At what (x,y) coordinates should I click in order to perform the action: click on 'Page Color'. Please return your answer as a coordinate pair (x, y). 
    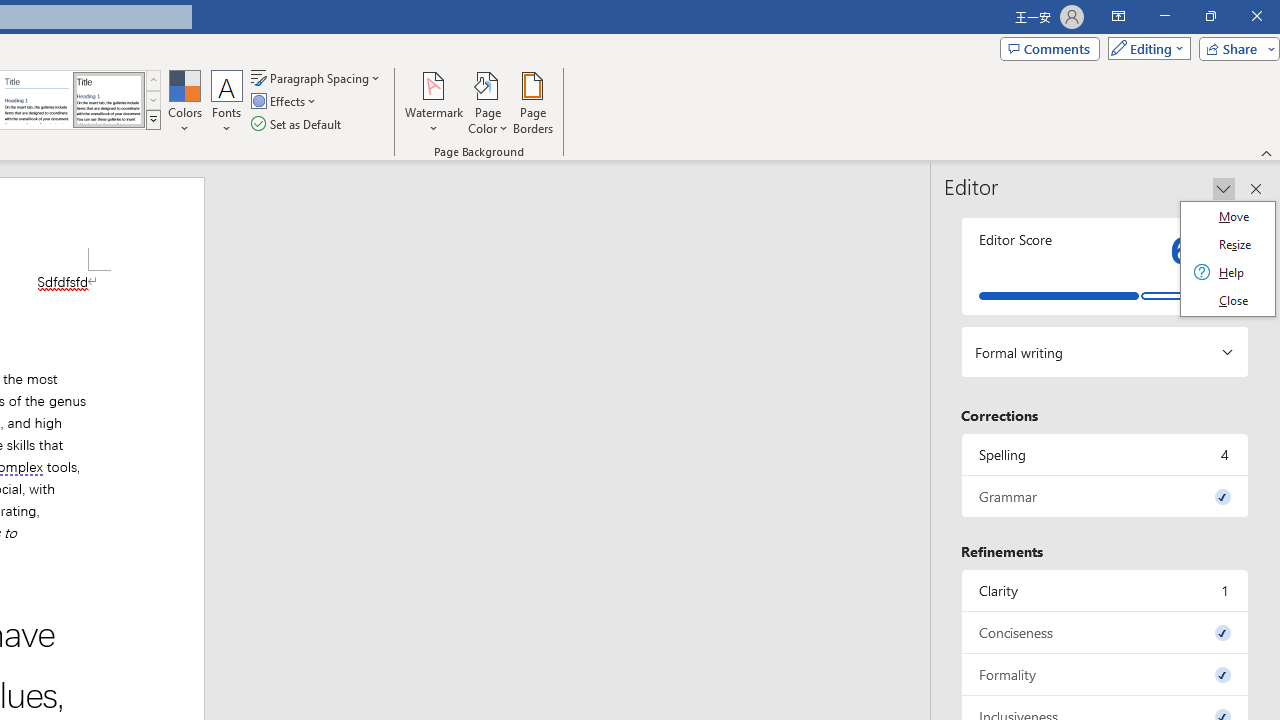
    Looking at the image, I should click on (488, 103).